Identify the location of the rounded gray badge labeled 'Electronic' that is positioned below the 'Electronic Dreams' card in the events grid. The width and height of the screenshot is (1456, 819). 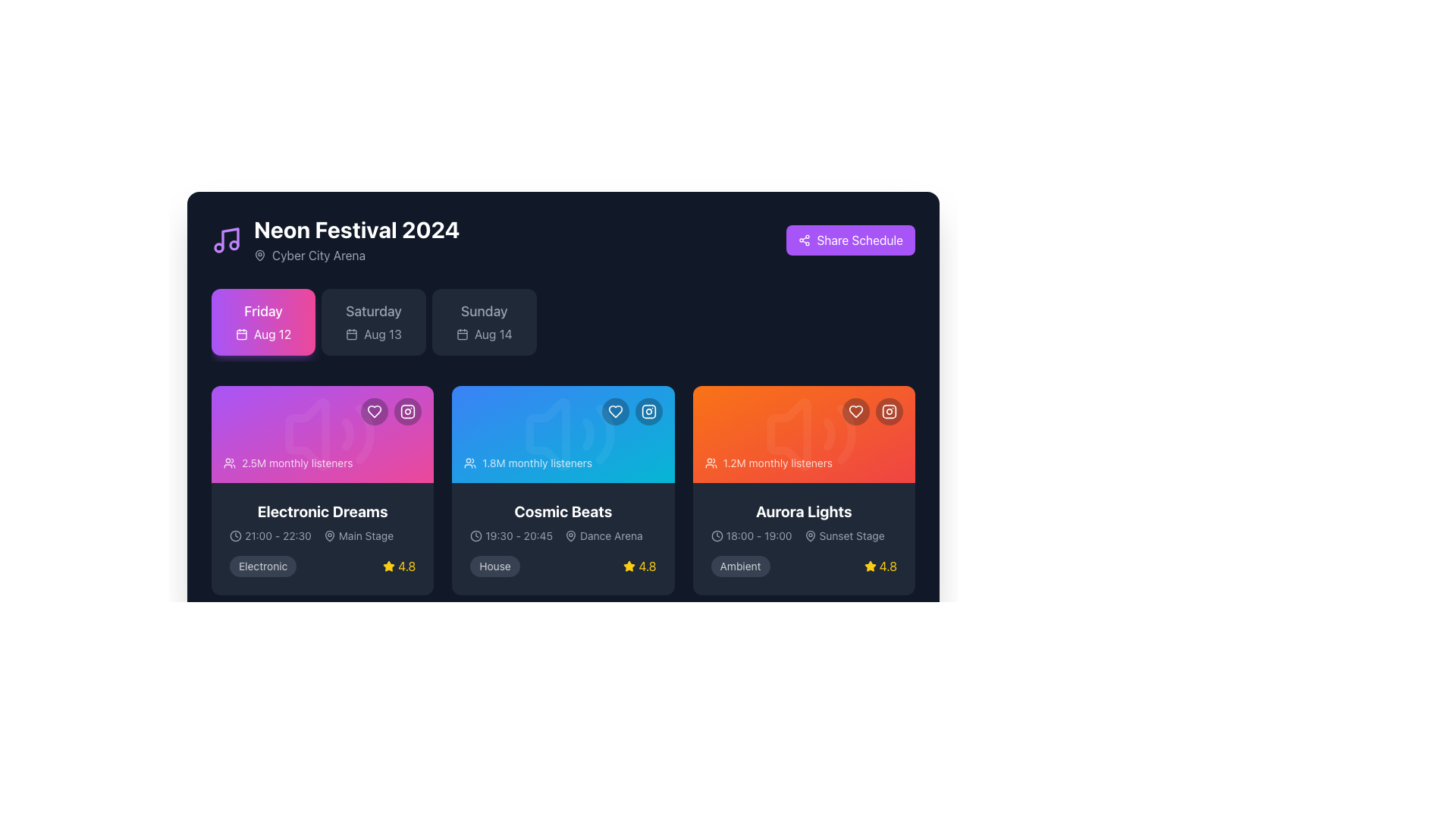
(263, 566).